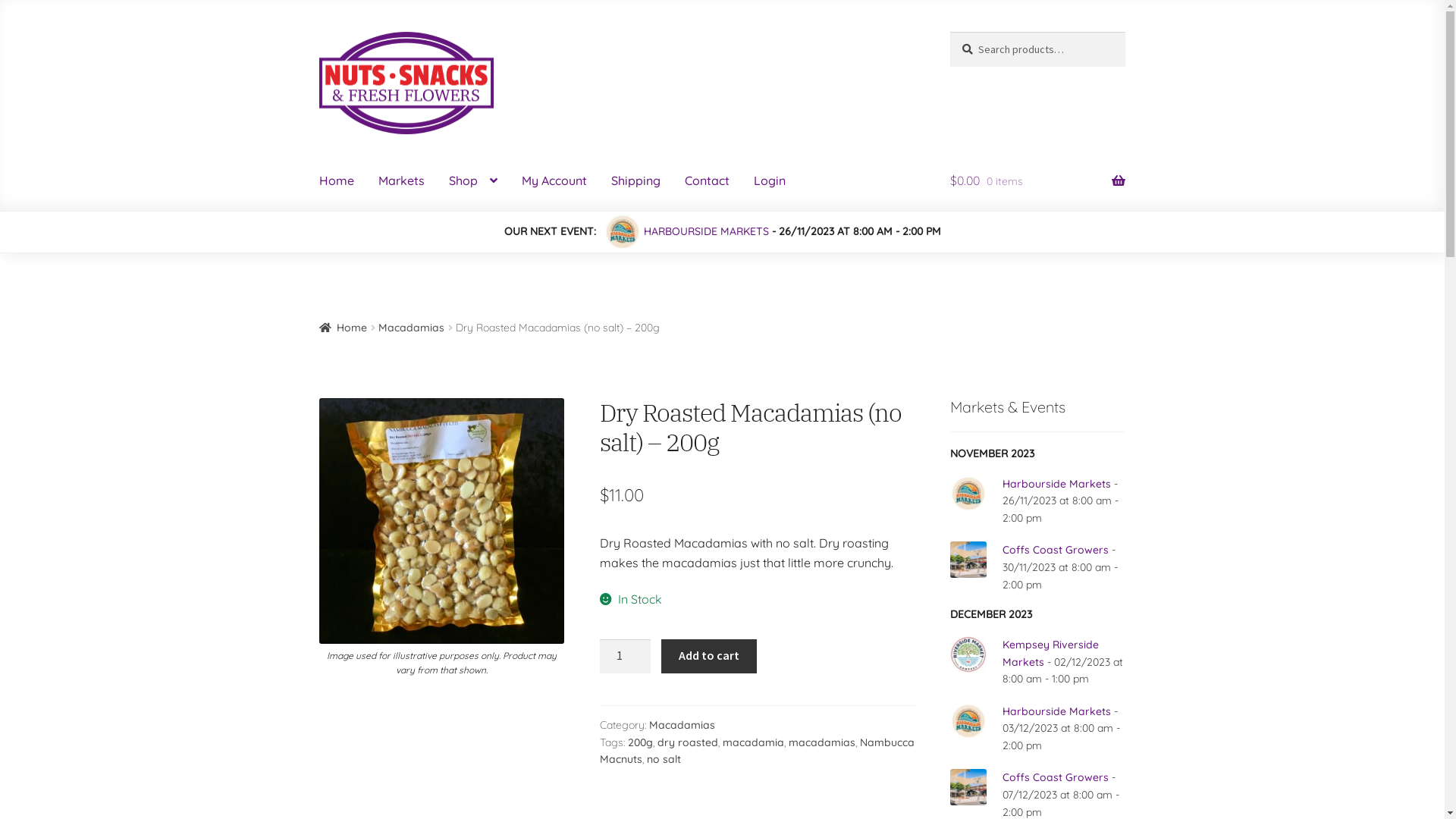 The height and width of the screenshot is (819, 1456). Describe the element at coordinates (769, 180) in the screenshot. I see `'Login'` at that location.